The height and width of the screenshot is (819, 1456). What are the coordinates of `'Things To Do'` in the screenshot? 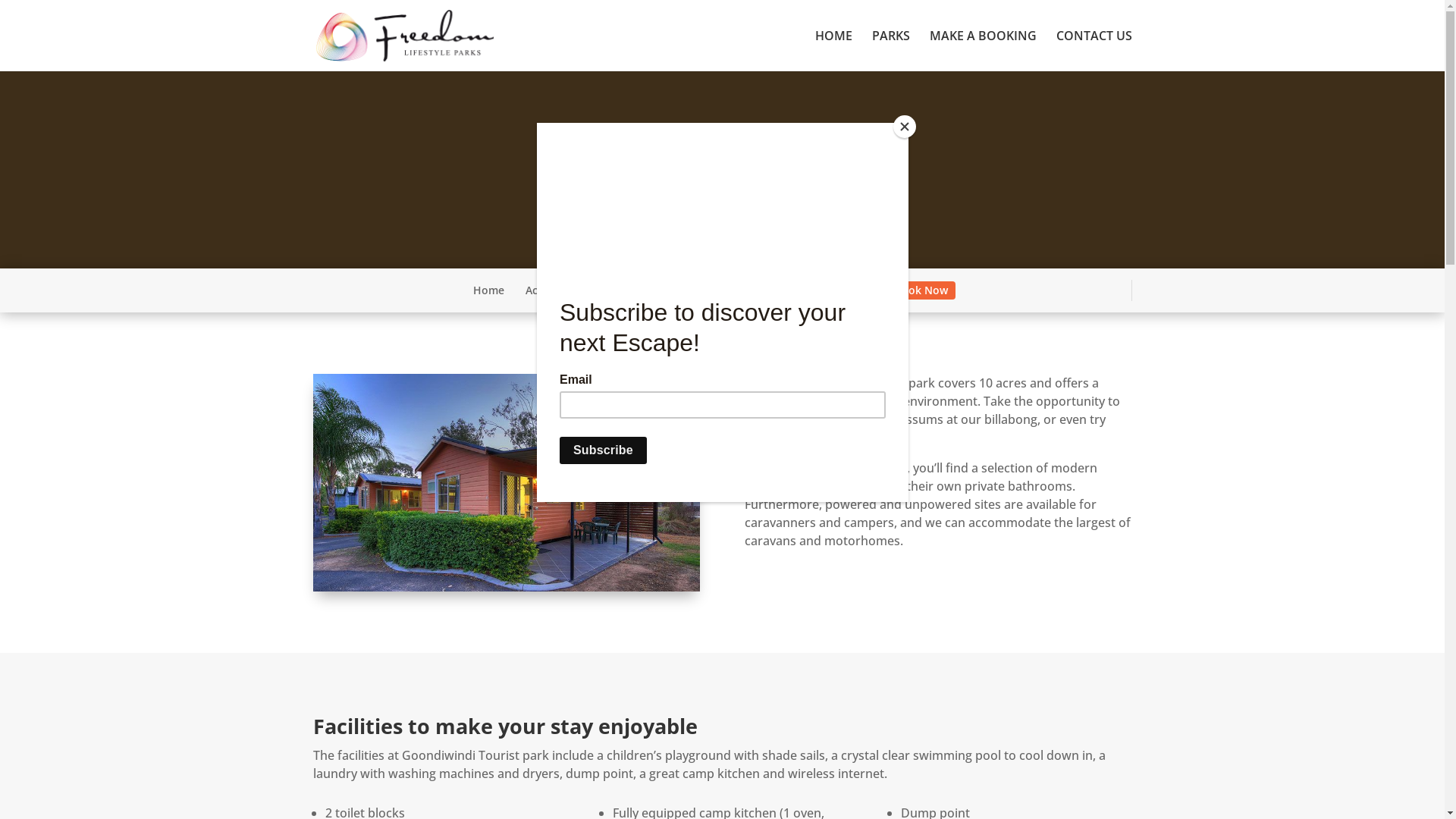 It's located at (736, 290).